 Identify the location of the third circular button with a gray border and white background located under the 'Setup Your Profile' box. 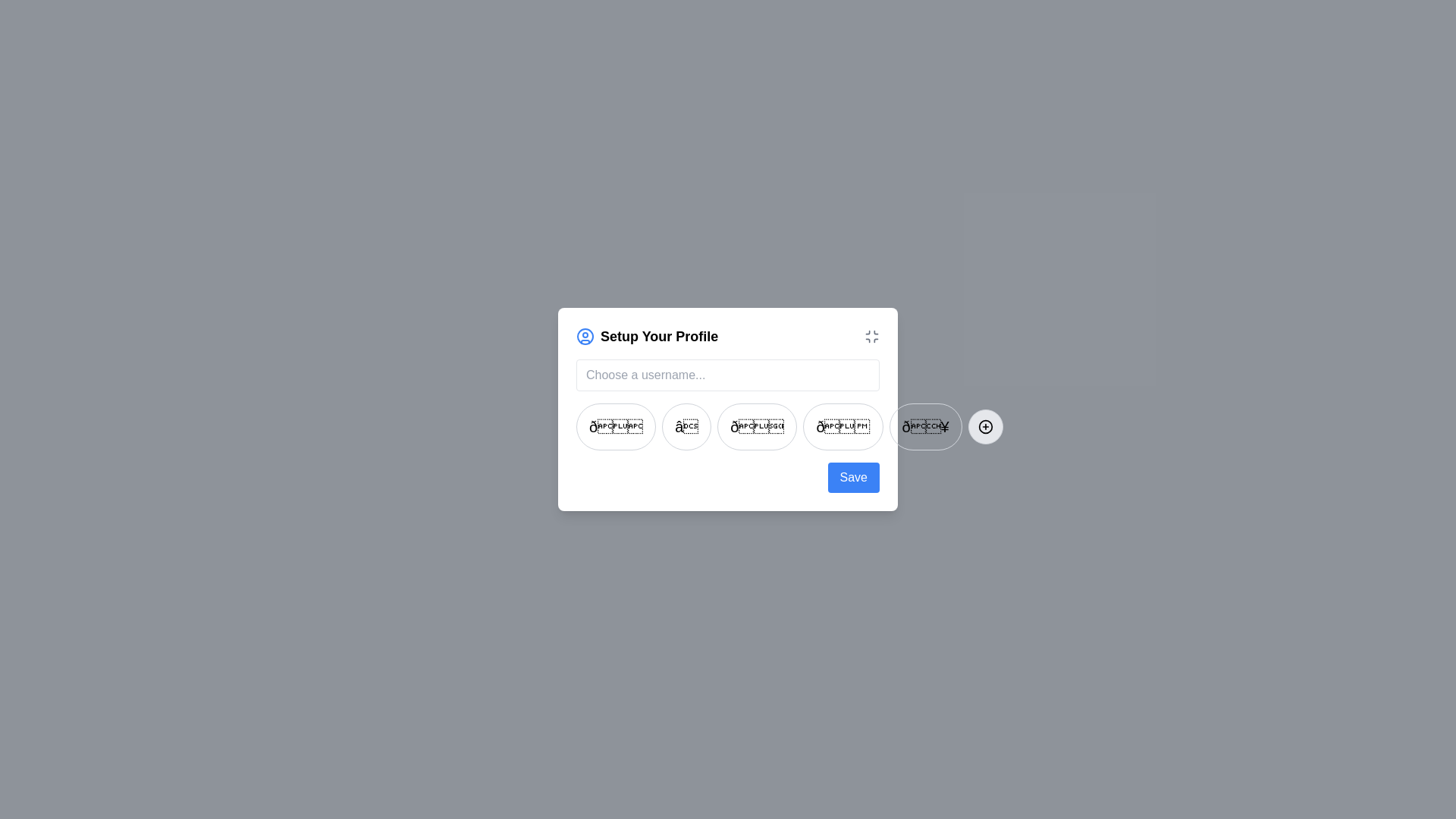
(757, 427).